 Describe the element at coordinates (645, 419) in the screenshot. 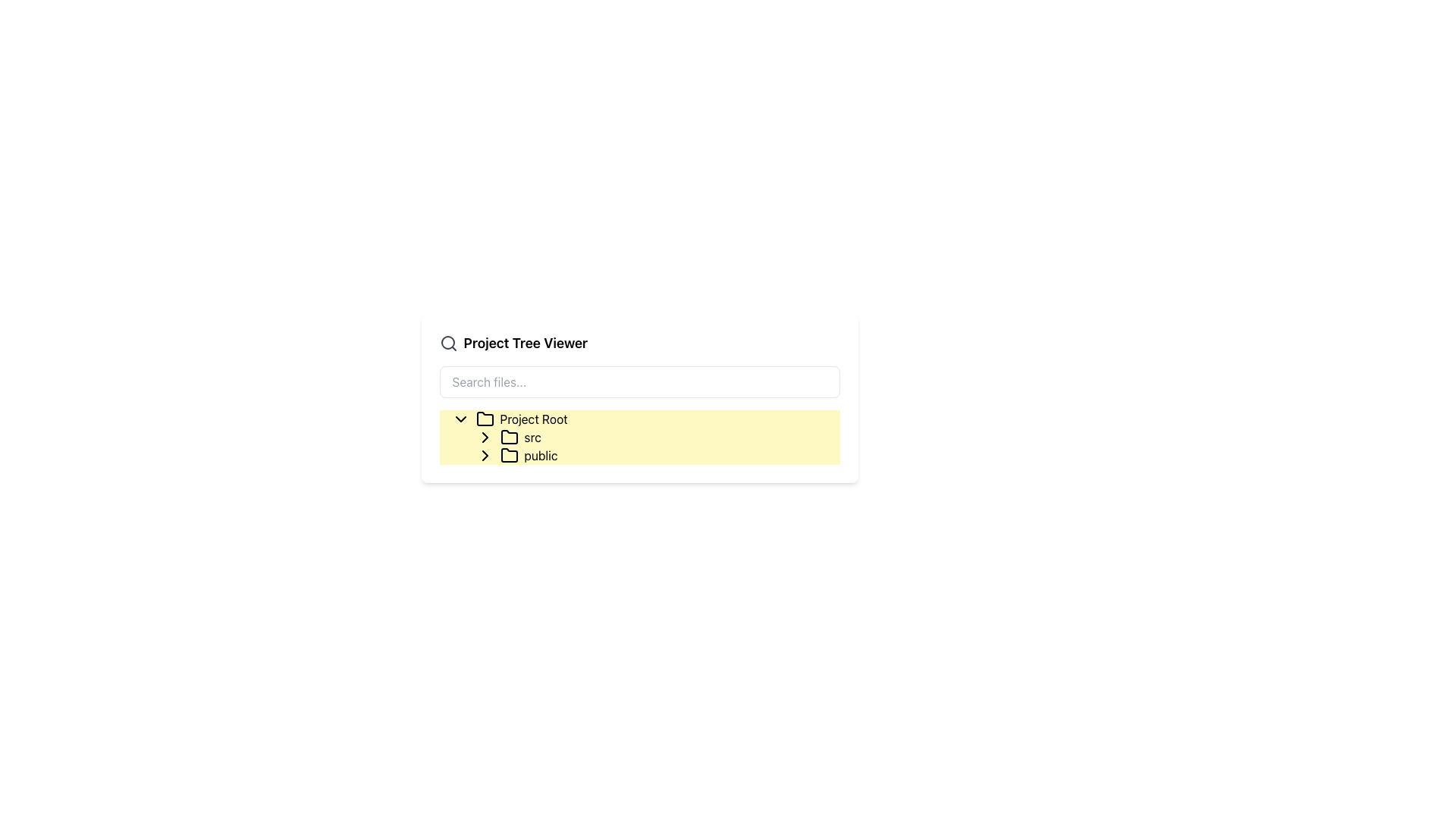

I see `the root folder in the tree viewer` at that location.